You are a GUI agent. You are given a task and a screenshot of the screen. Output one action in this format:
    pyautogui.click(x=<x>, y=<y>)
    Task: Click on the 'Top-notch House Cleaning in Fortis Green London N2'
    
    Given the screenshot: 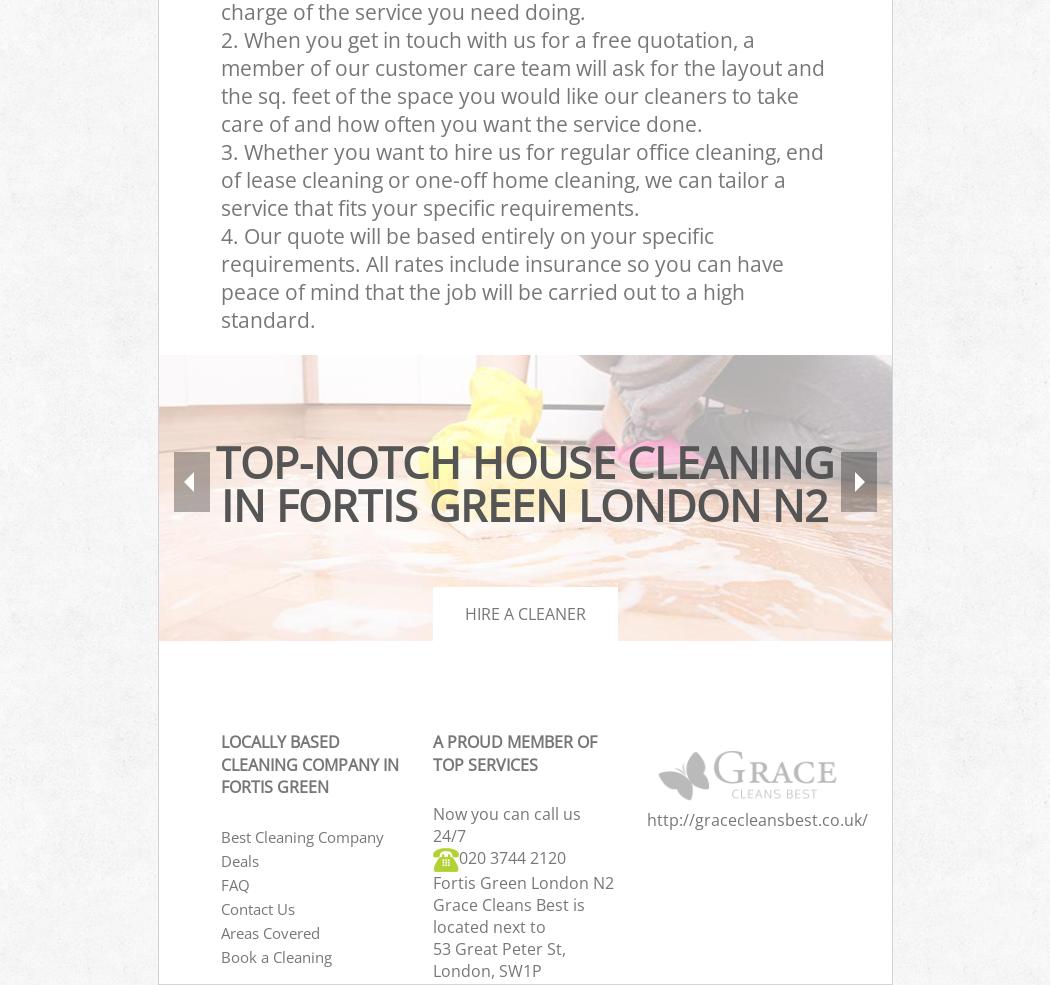 What is the action you would take?
    pyautogui.click(x=525, y=483)
    